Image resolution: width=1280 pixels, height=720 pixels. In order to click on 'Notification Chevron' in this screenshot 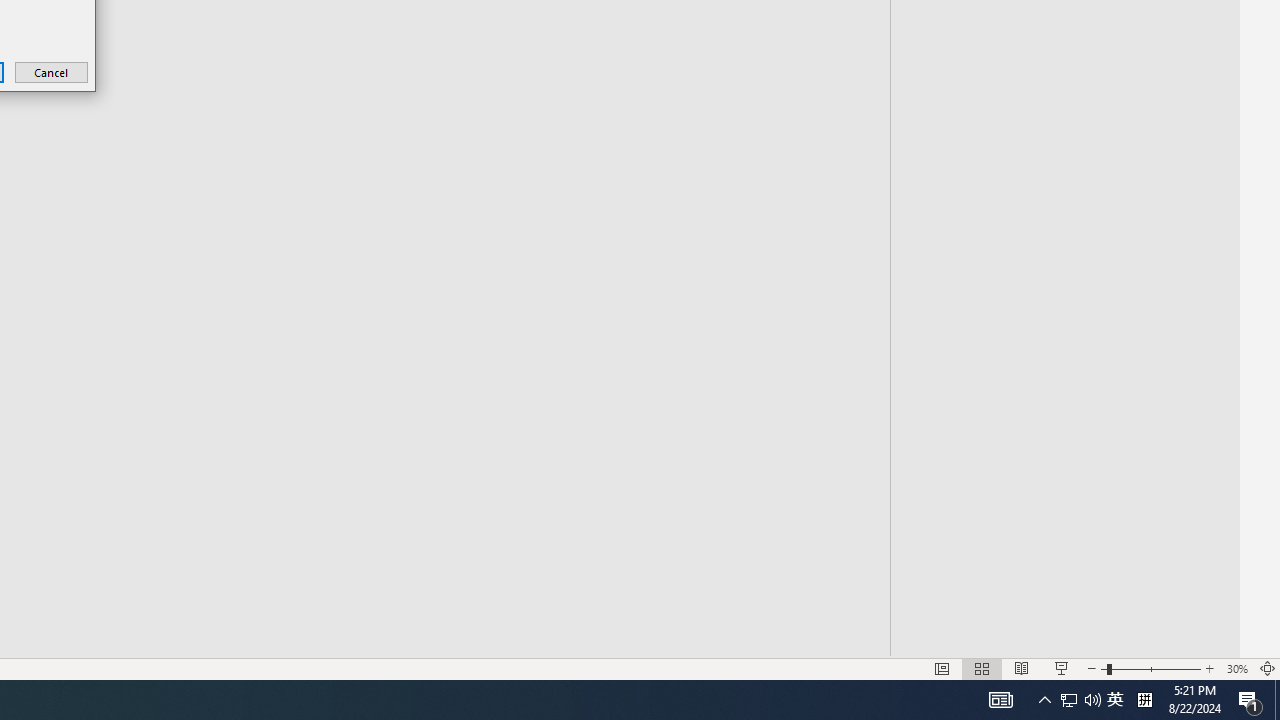, I will do `click(1044, 698)`.